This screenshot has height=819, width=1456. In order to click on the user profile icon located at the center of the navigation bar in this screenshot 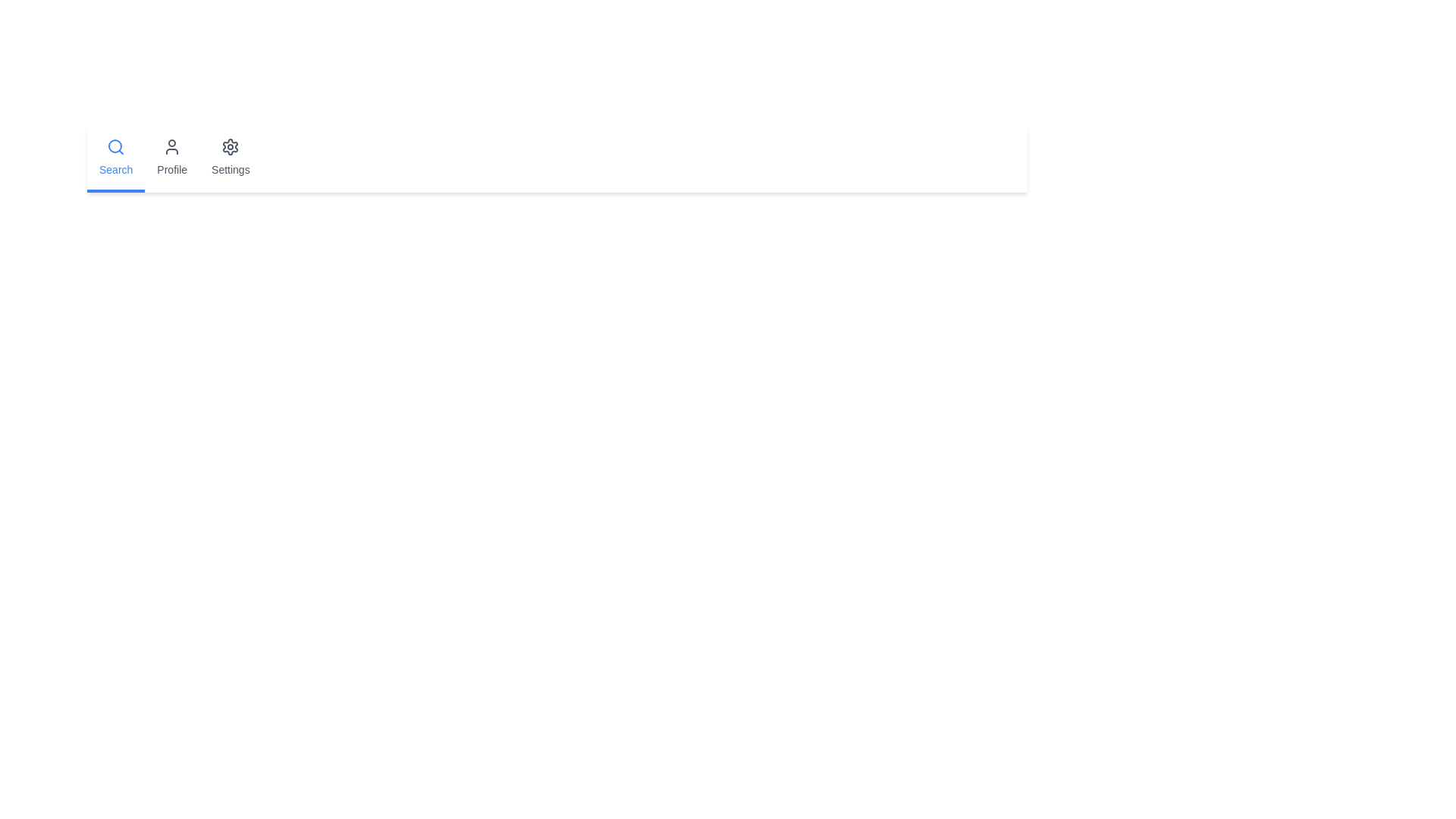, I will do `click(172, 146)`.